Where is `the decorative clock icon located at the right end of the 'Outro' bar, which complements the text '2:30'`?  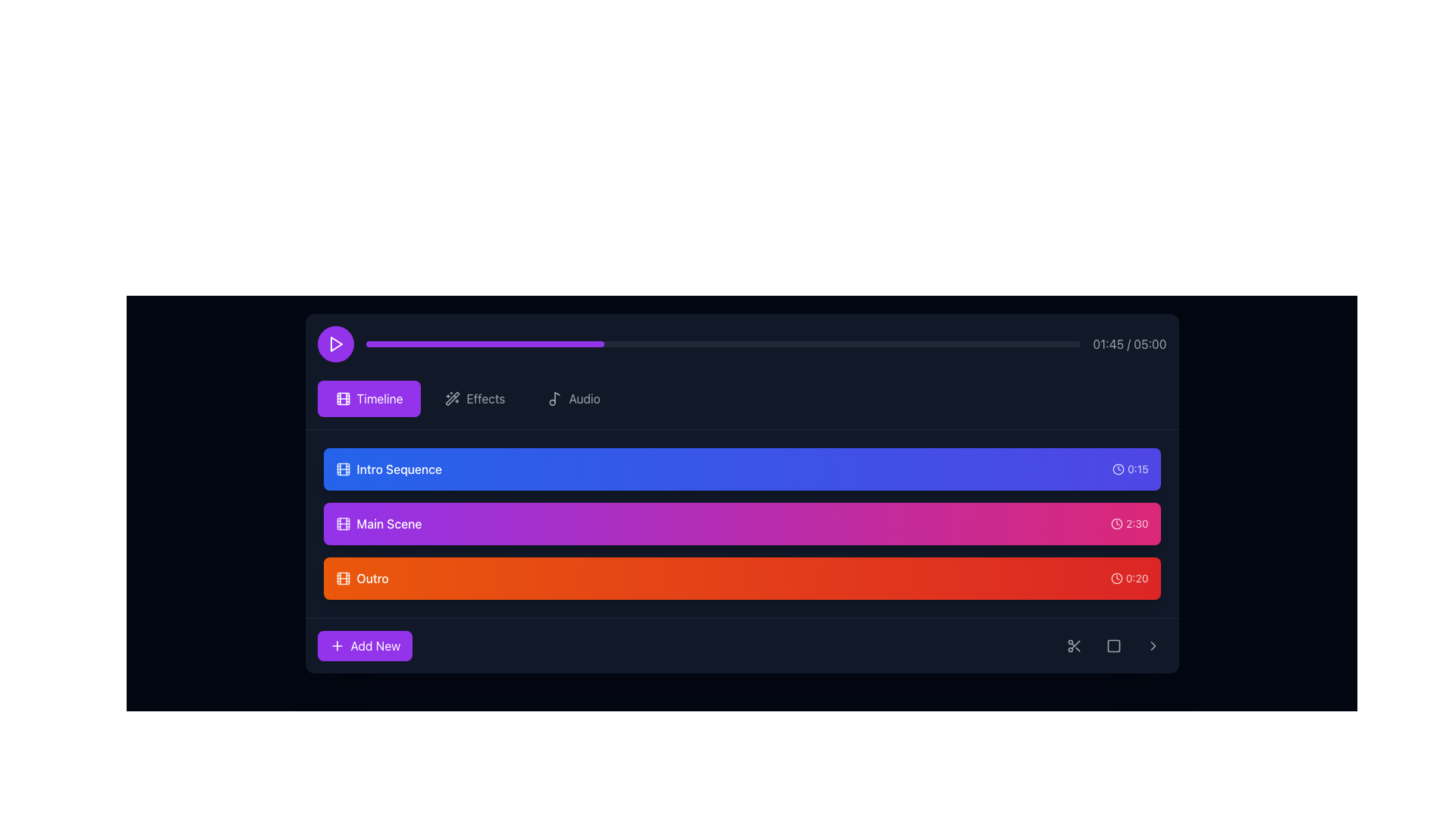
the decorative clock icon located at the right end of the 'Outro' bar, which complements the text '2:30' is located at coordinates (1117, 522).